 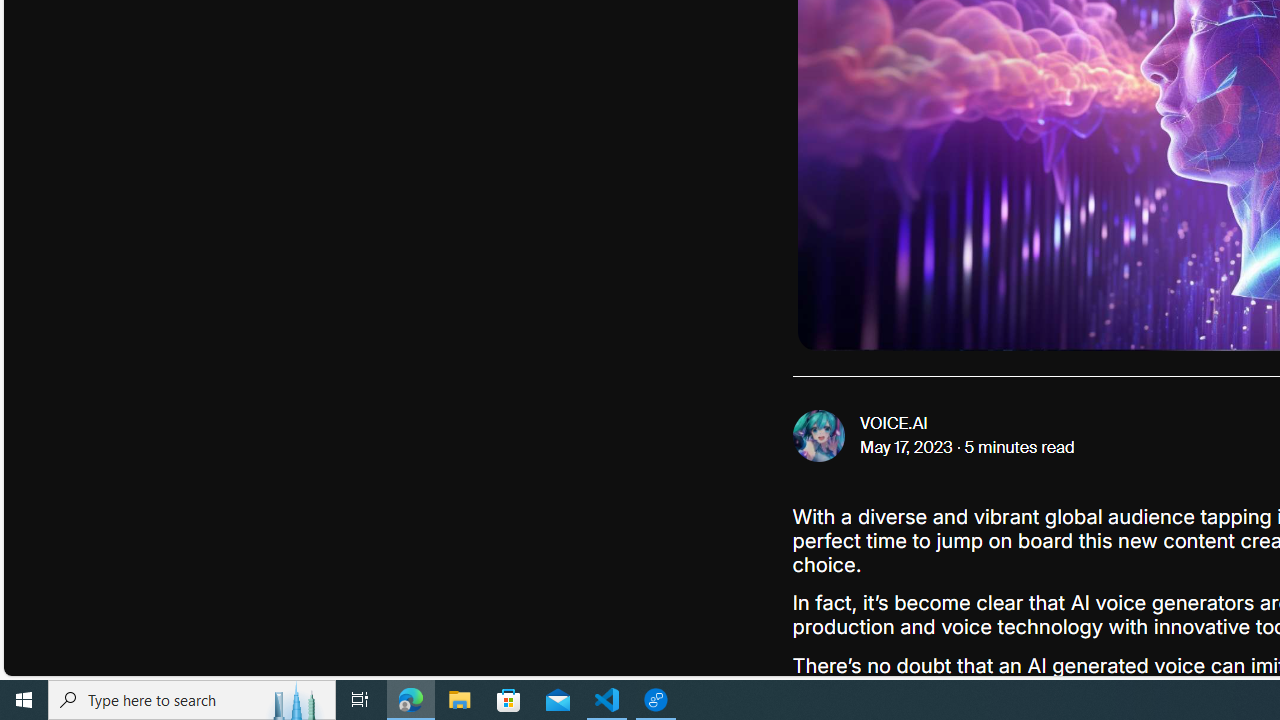 What do you see at coordinates (1019, 447) in the screenshot?
I see `'5 minutes read'` at bounding box center [1019, 447].